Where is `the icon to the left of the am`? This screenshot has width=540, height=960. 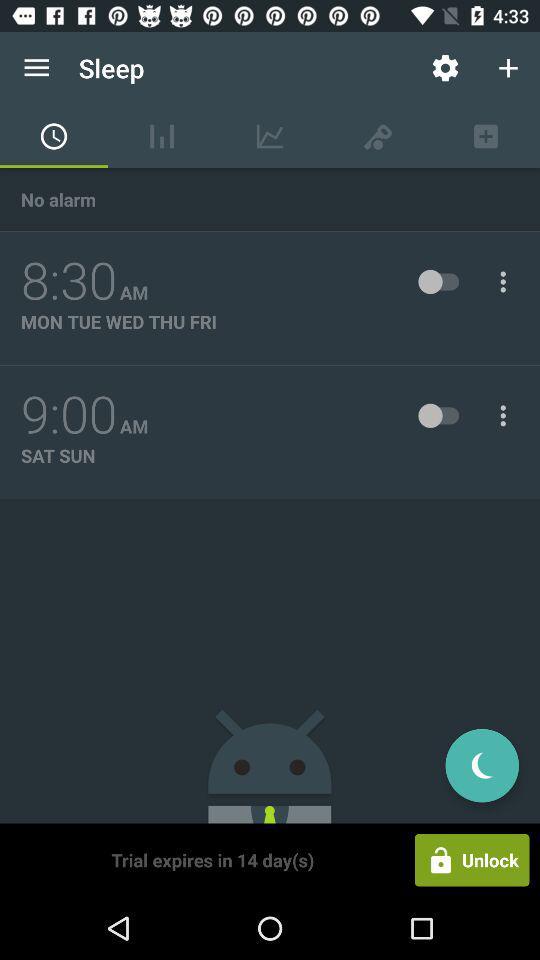 the icon to the left of the am is located at coordinates (68, 414).